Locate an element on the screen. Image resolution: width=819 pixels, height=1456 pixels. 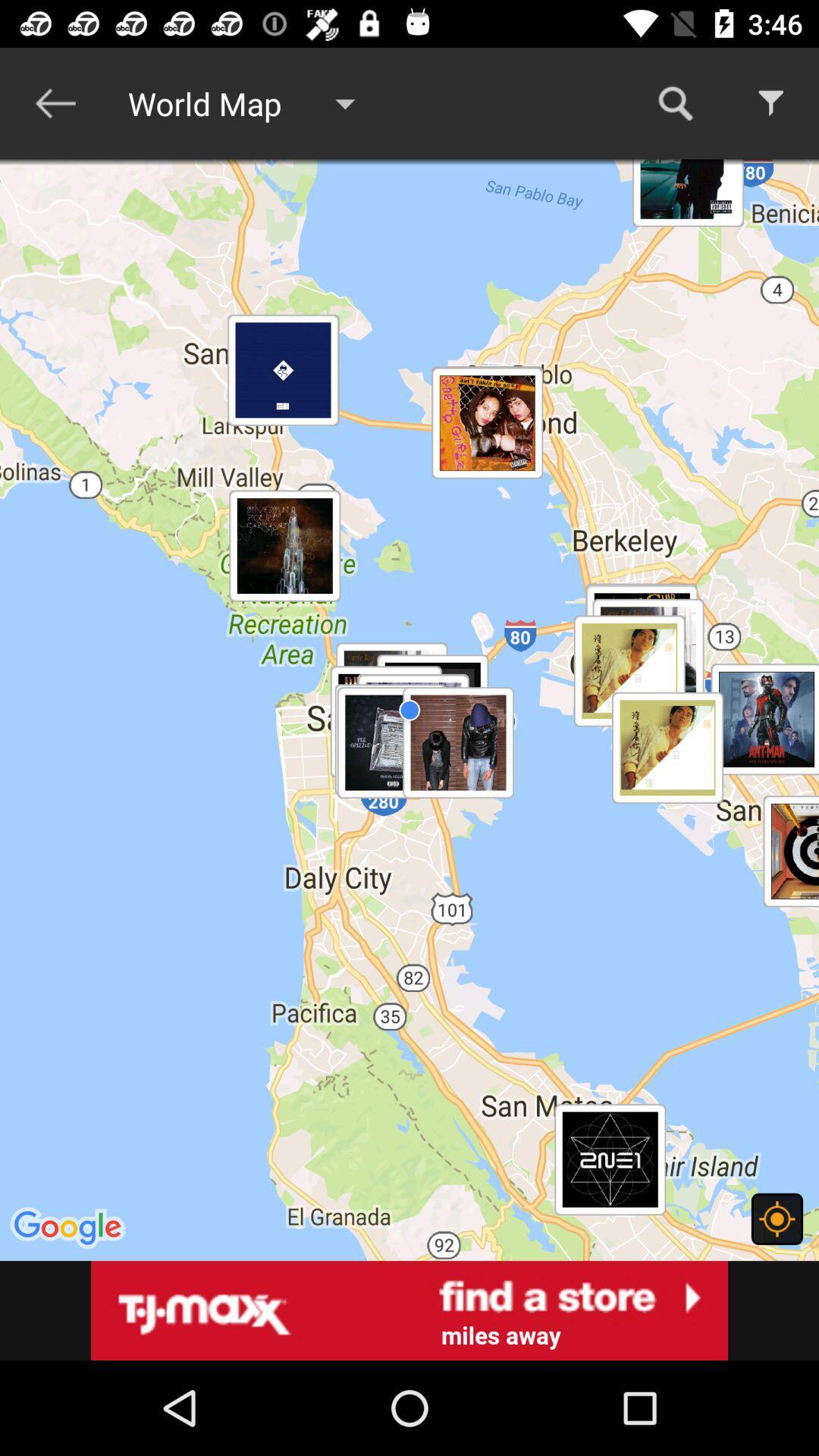
show my current location is located at coordinates (777, 1219).